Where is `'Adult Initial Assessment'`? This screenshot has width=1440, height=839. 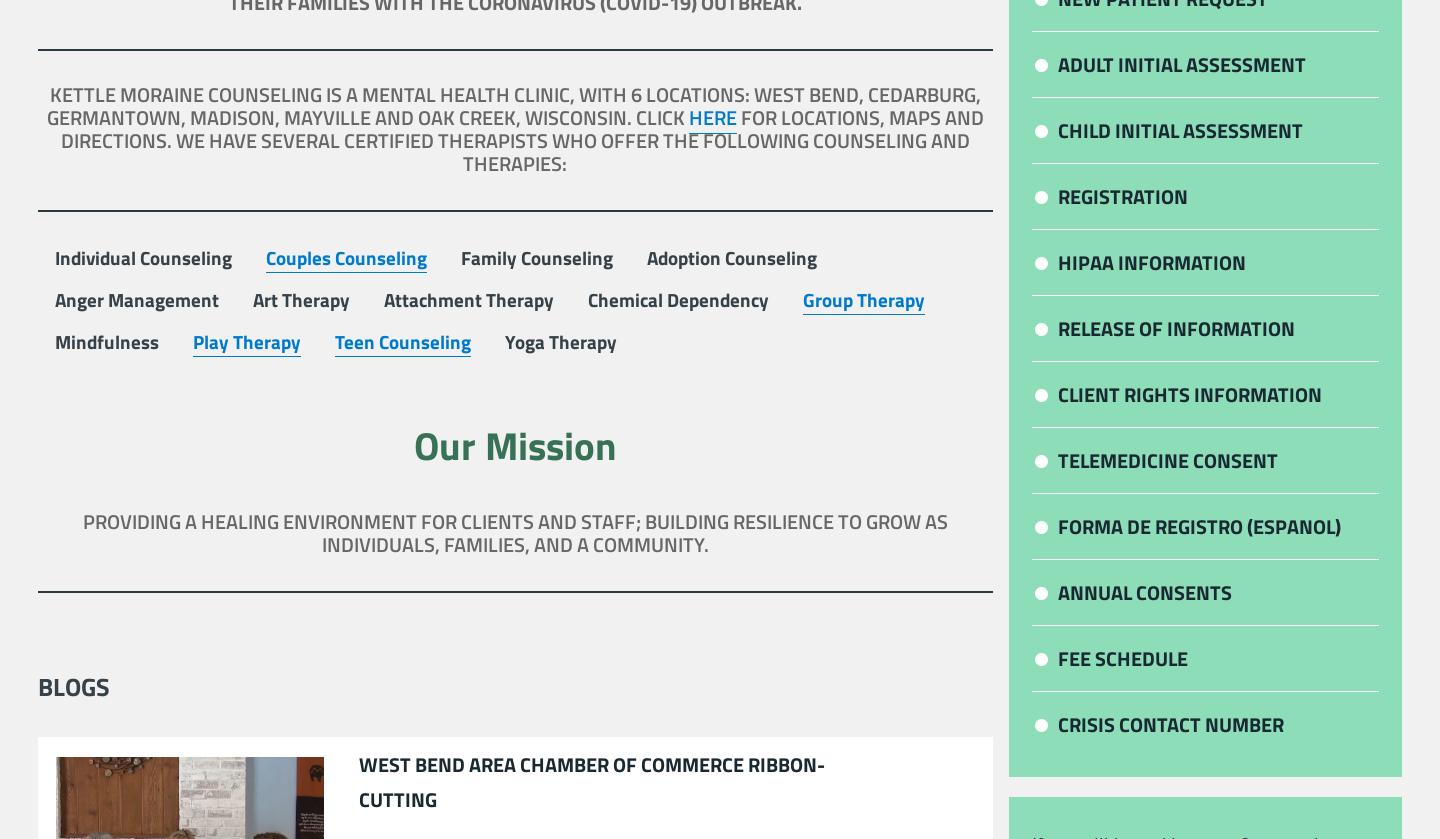 'Adult Initial Assessment' is located at coordinates (1181, 64).